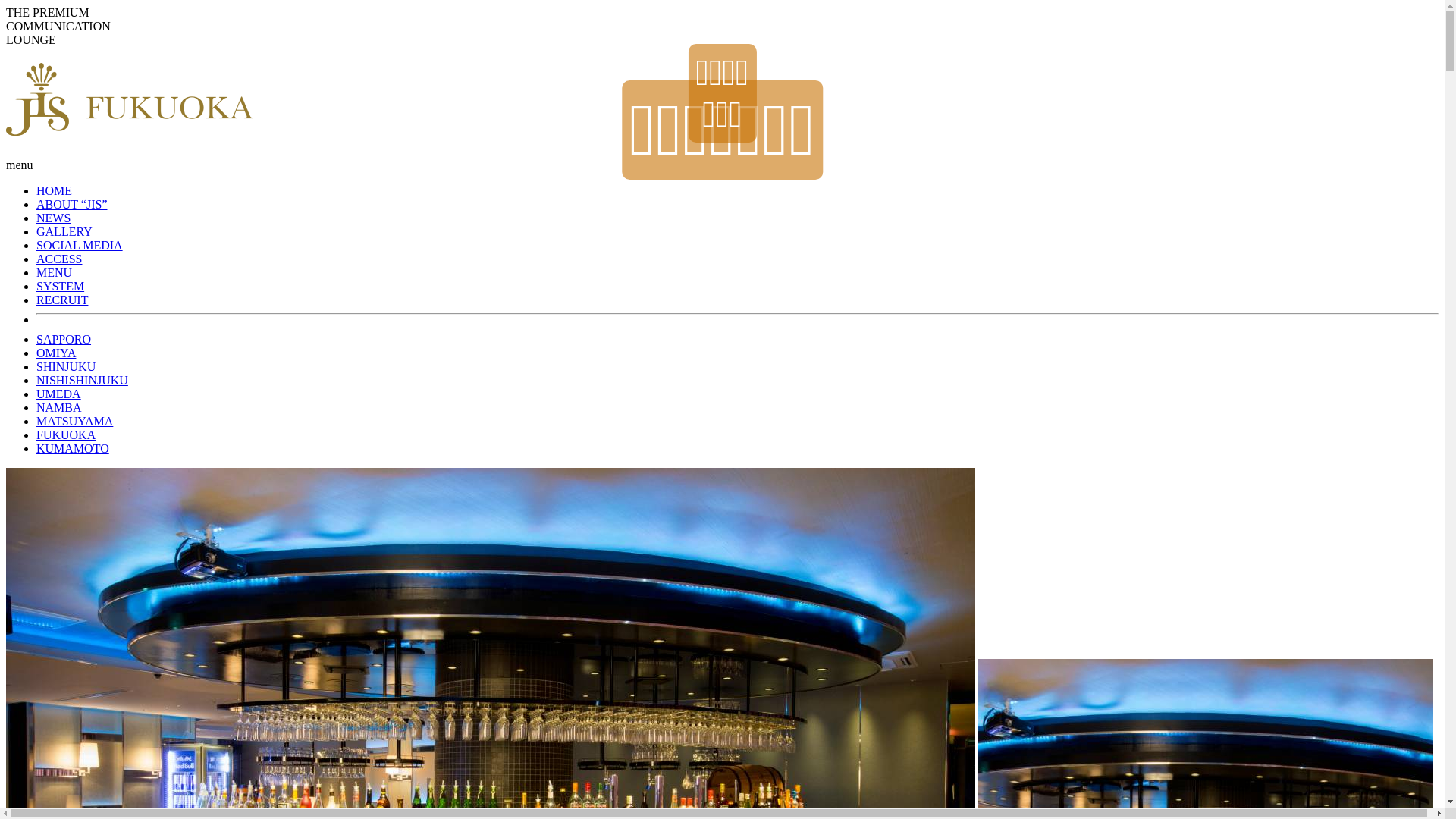 This screenshot has width=1456, height=819. I want to click on 'ACCESS', so click(36, 258).